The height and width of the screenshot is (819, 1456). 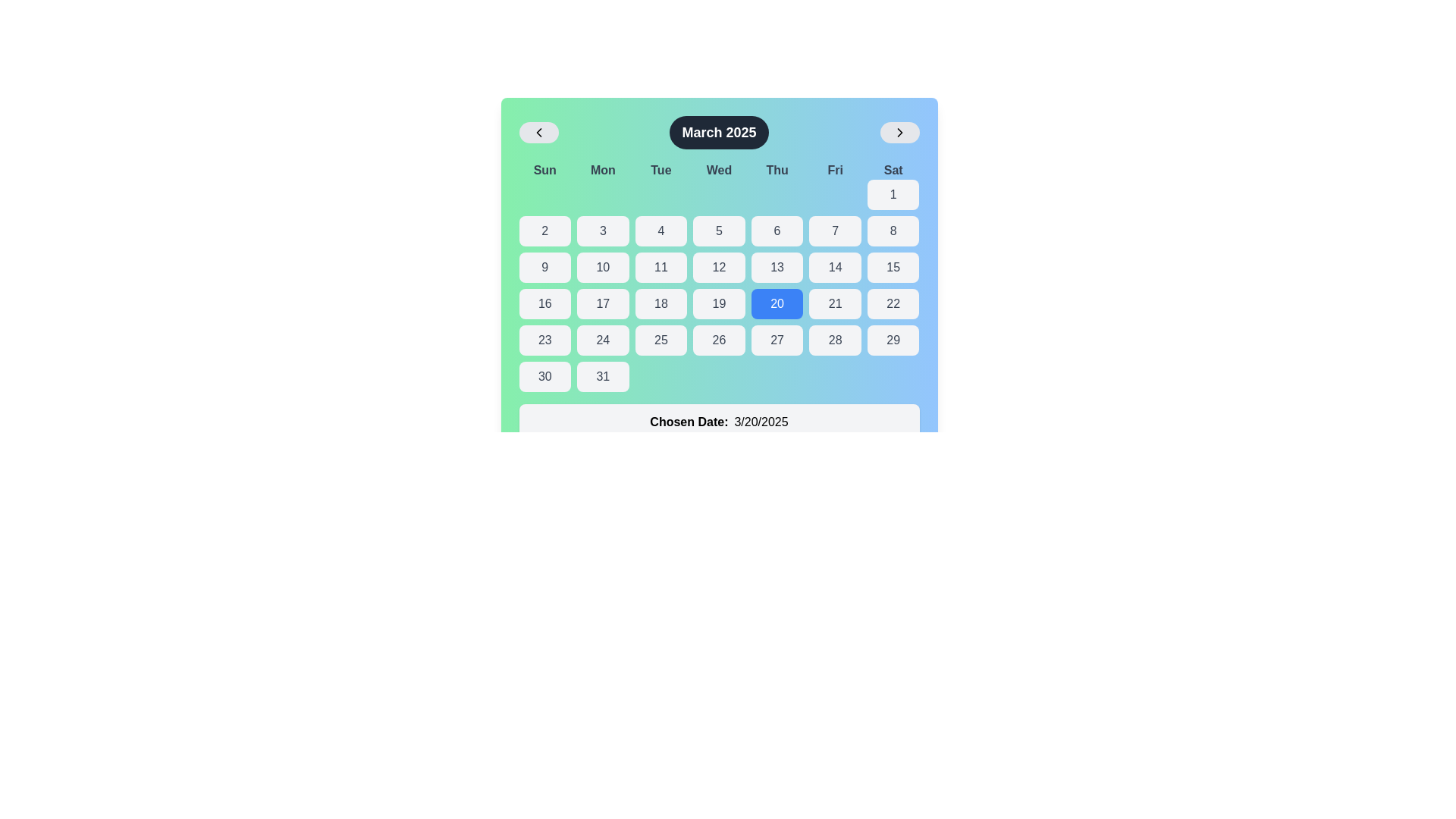 I want to click on the rectangular button displaying the number '19', which has a light gray background and is located in the fifth column of the fourth row of a grid layout, so click(x=718, y=304).